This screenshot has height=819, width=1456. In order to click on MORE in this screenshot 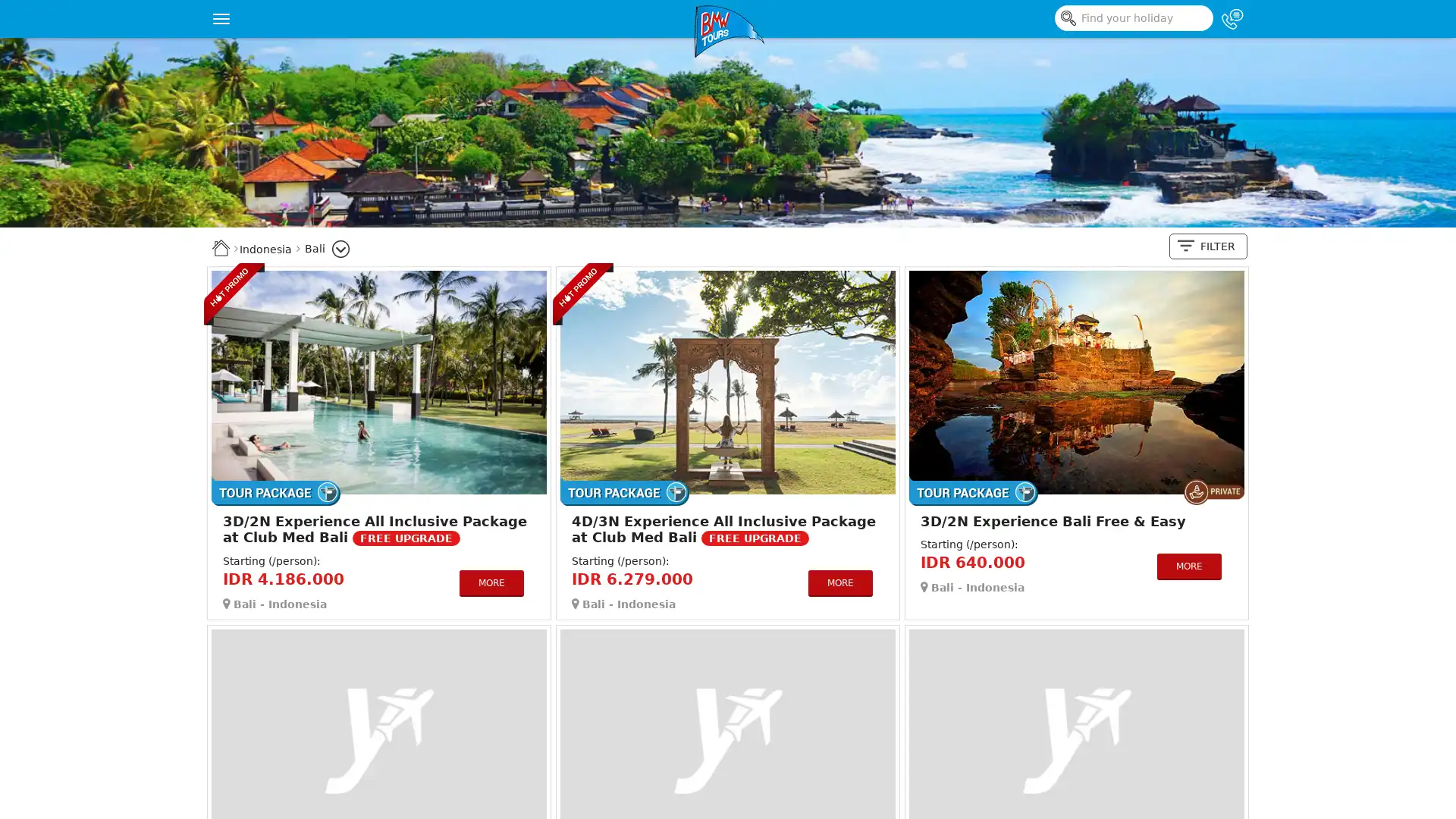, I will do `click(1188, 566)`.